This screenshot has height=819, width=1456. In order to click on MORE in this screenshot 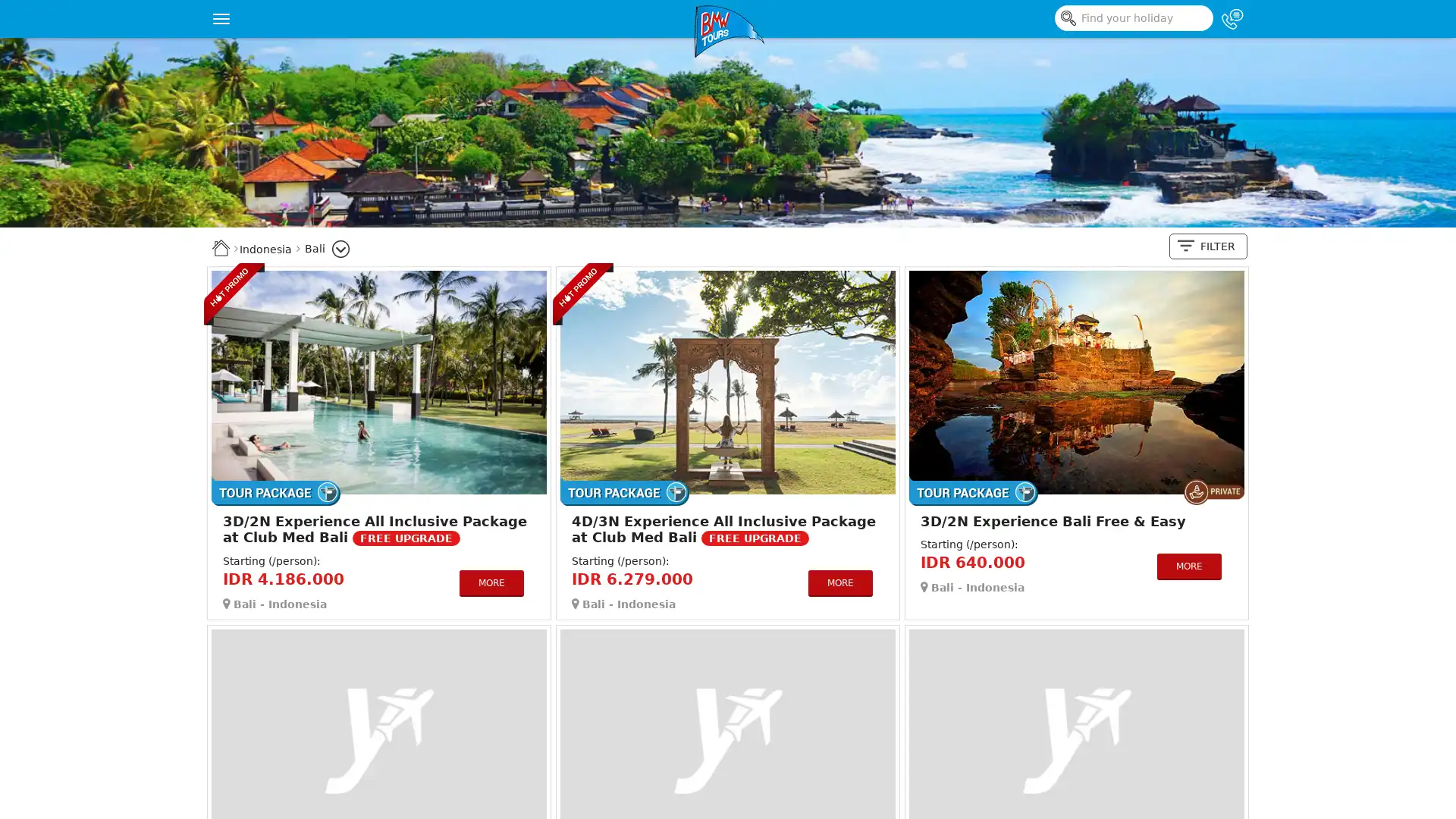, I will do `click(1188, 566)`.